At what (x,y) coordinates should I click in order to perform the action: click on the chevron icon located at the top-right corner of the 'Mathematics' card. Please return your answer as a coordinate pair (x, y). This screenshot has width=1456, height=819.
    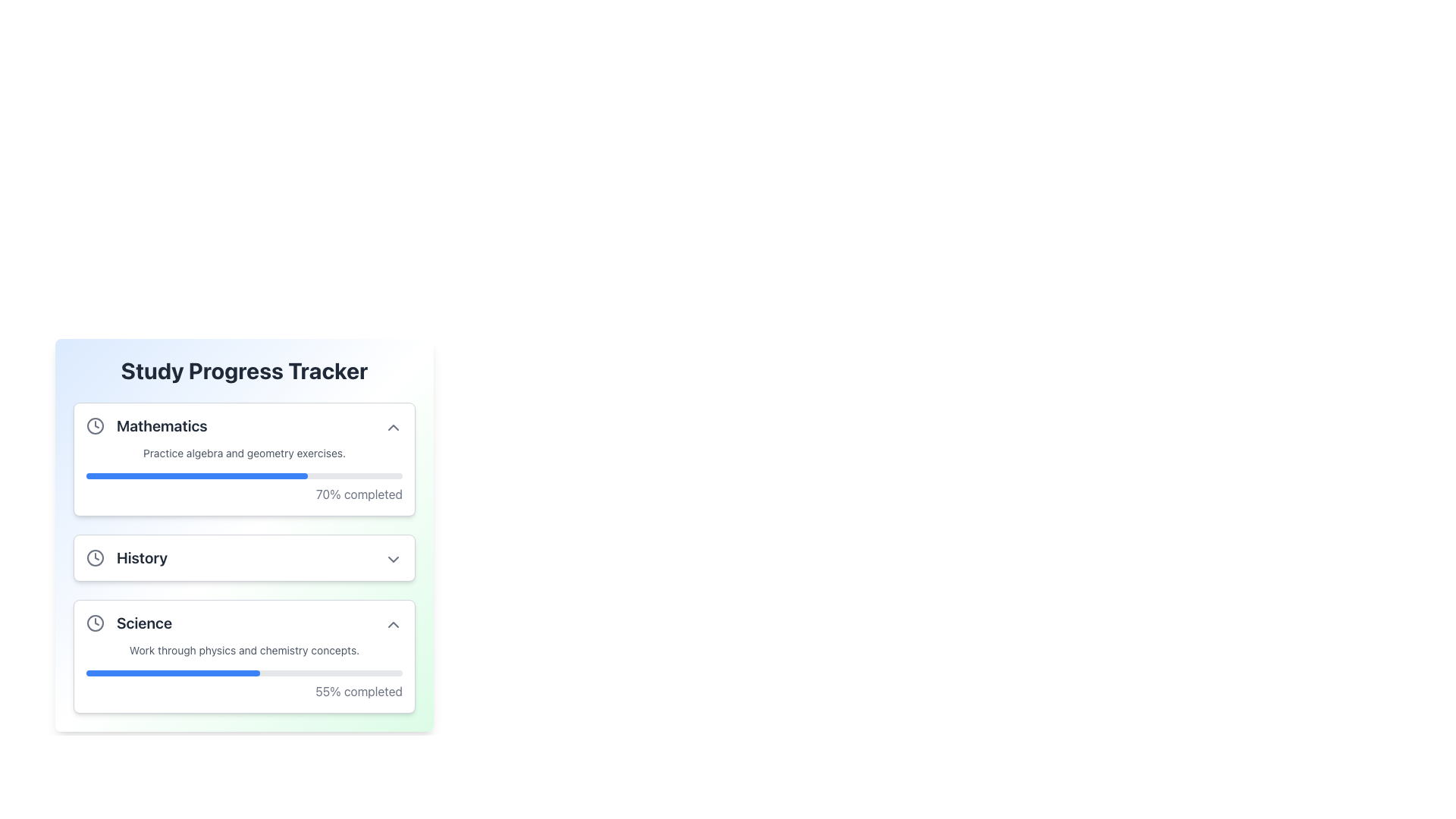
    Looking at the image, I should click on (393, 427).